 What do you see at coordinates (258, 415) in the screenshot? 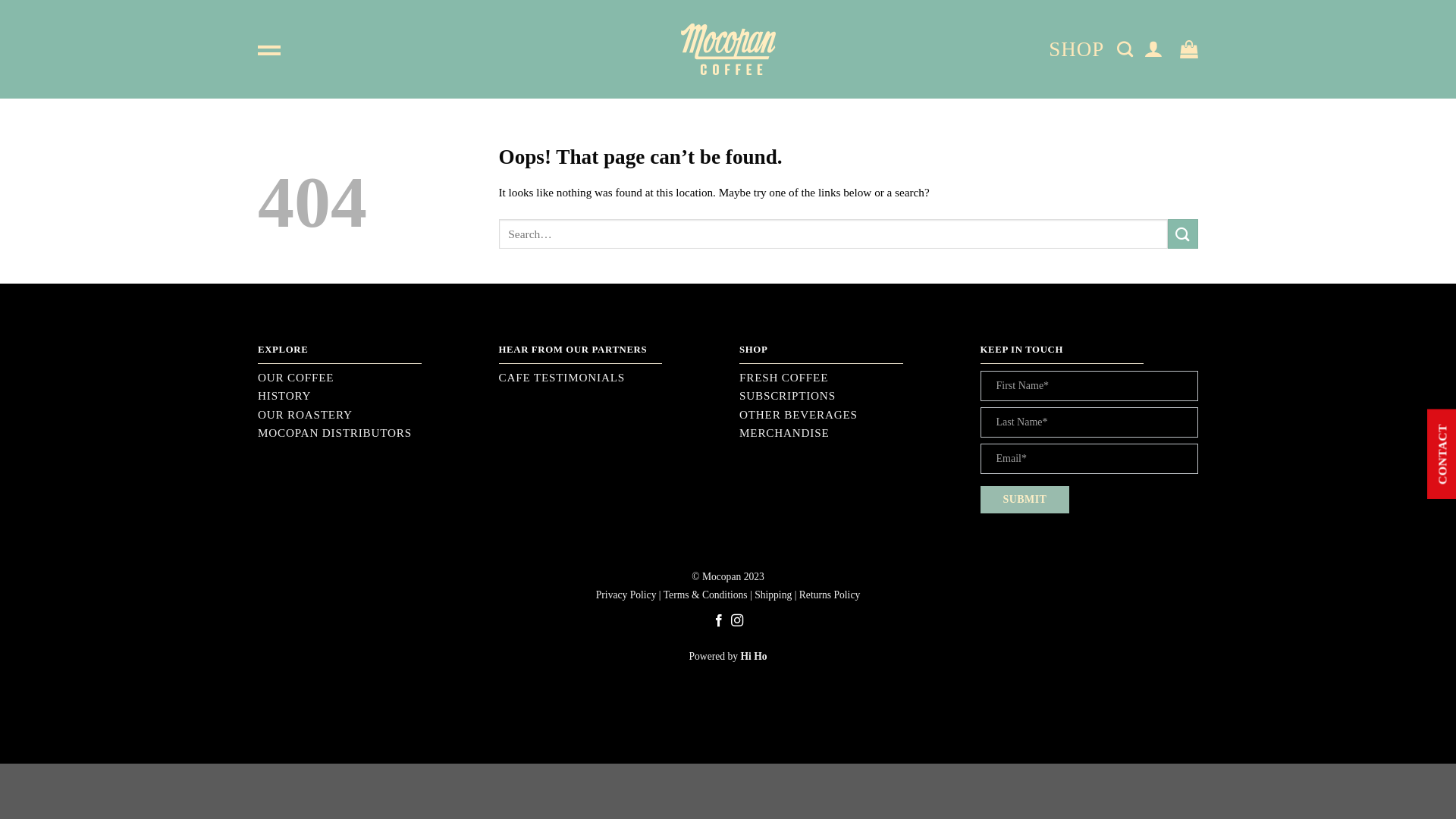
I see `'OUR ROASTERY'` at bounding box center [258, 415].